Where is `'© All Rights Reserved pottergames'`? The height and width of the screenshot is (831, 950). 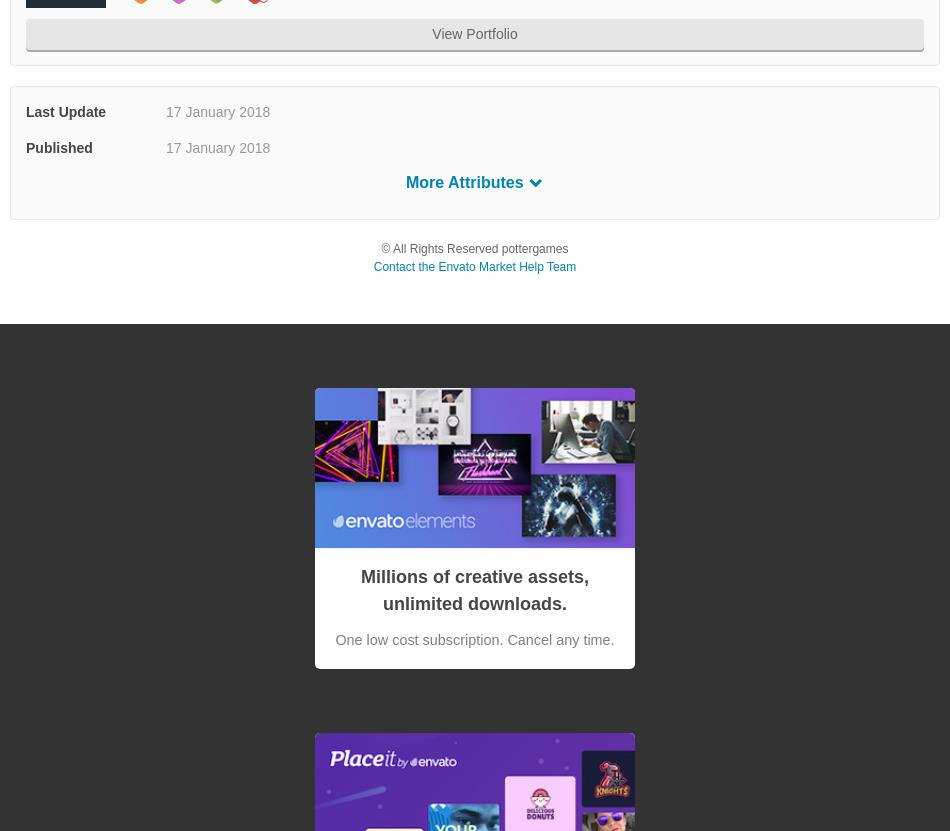
'© All Rights Reserved pottergames' is located at coordinates (380, 247).